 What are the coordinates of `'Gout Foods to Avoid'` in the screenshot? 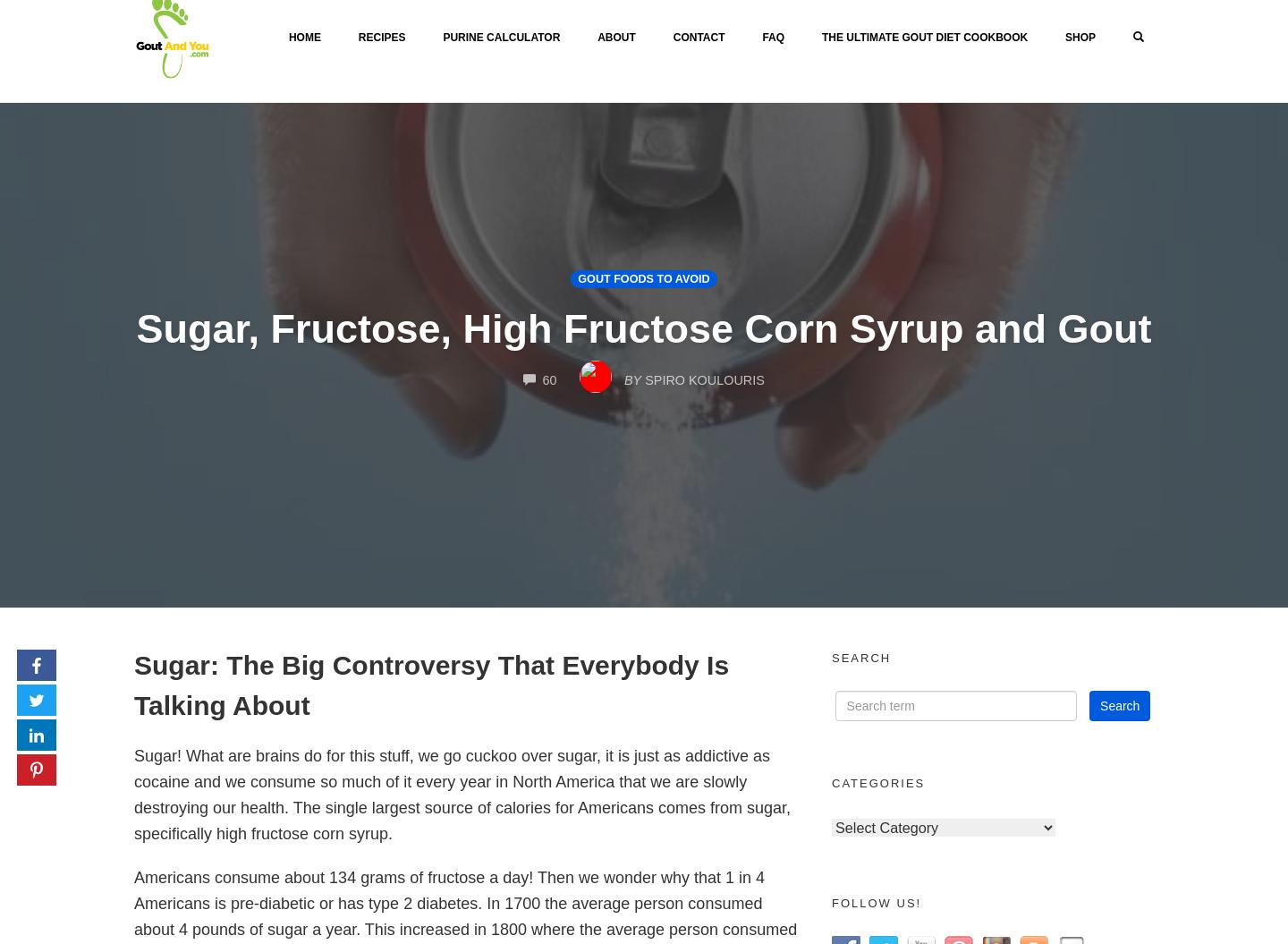 It's located at (643, 277).